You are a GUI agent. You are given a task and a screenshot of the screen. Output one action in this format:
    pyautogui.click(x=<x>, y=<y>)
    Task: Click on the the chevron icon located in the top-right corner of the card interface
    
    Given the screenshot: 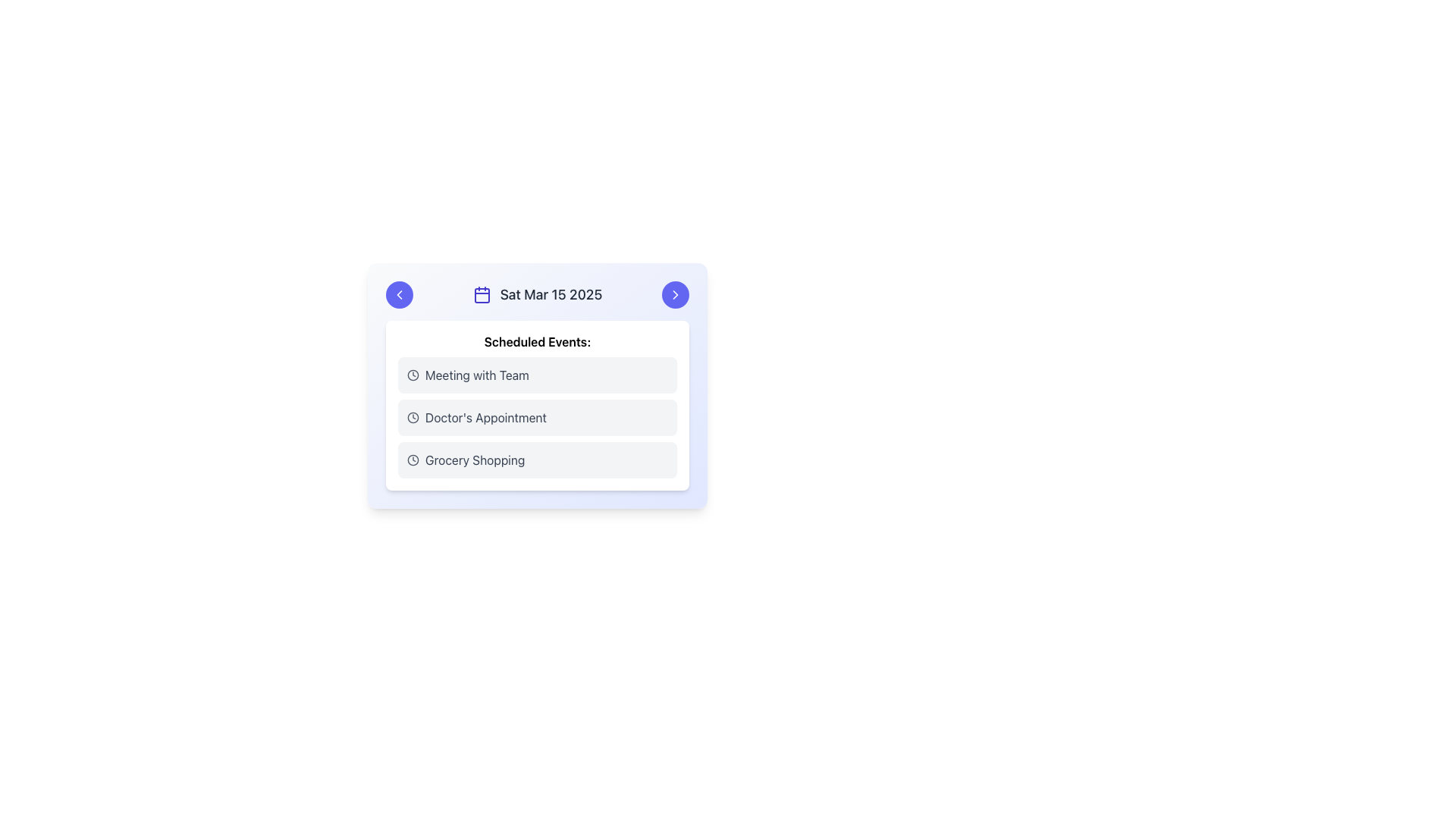 What is the action you would take?
    pyautogui.click(x=675, y=295)
    